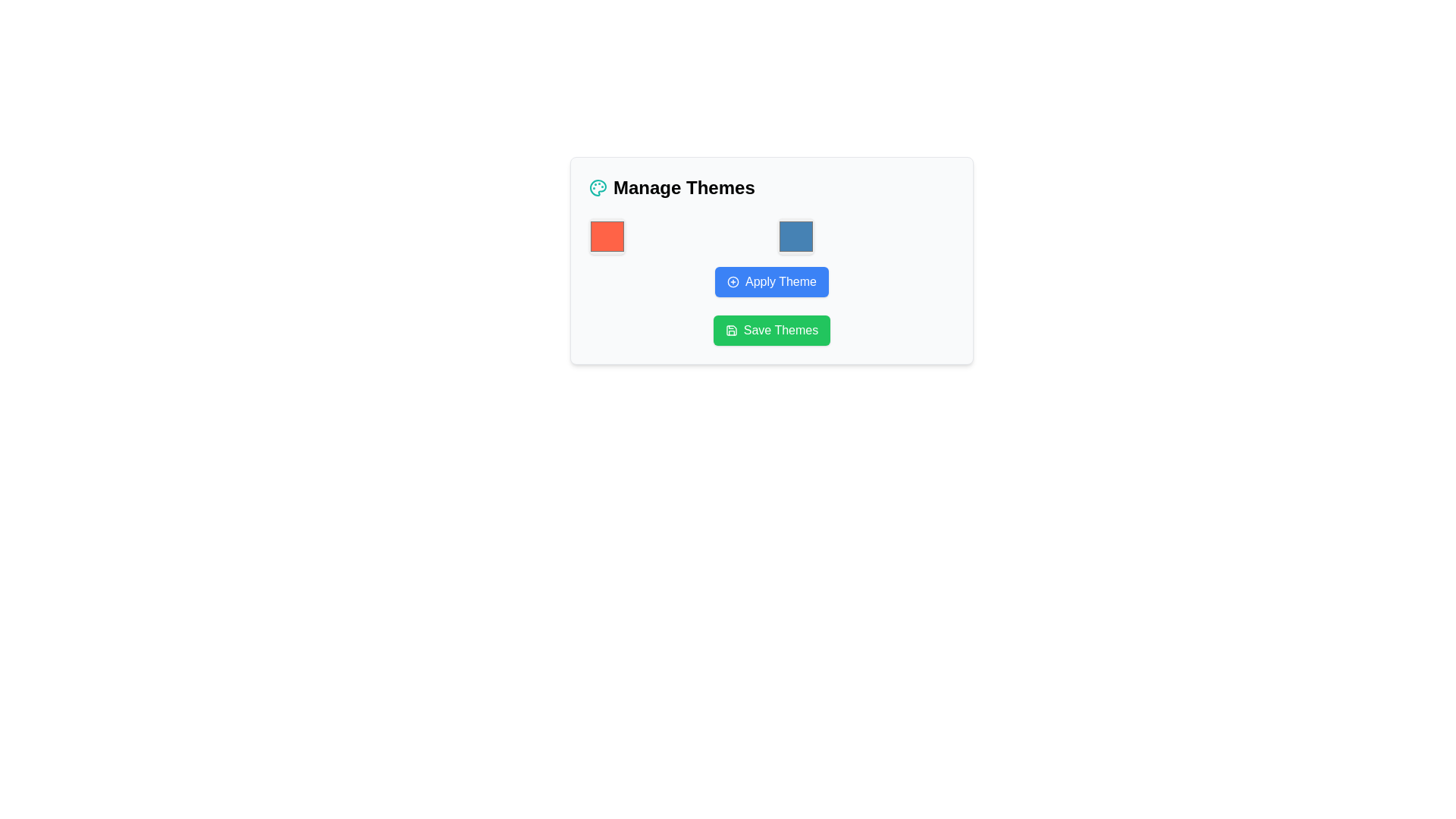 This screenshot has height=819, width=1456. I want to click on the circular icon located at the top-left corner of the blue 'Apply Theme' button, so click(733, 281).